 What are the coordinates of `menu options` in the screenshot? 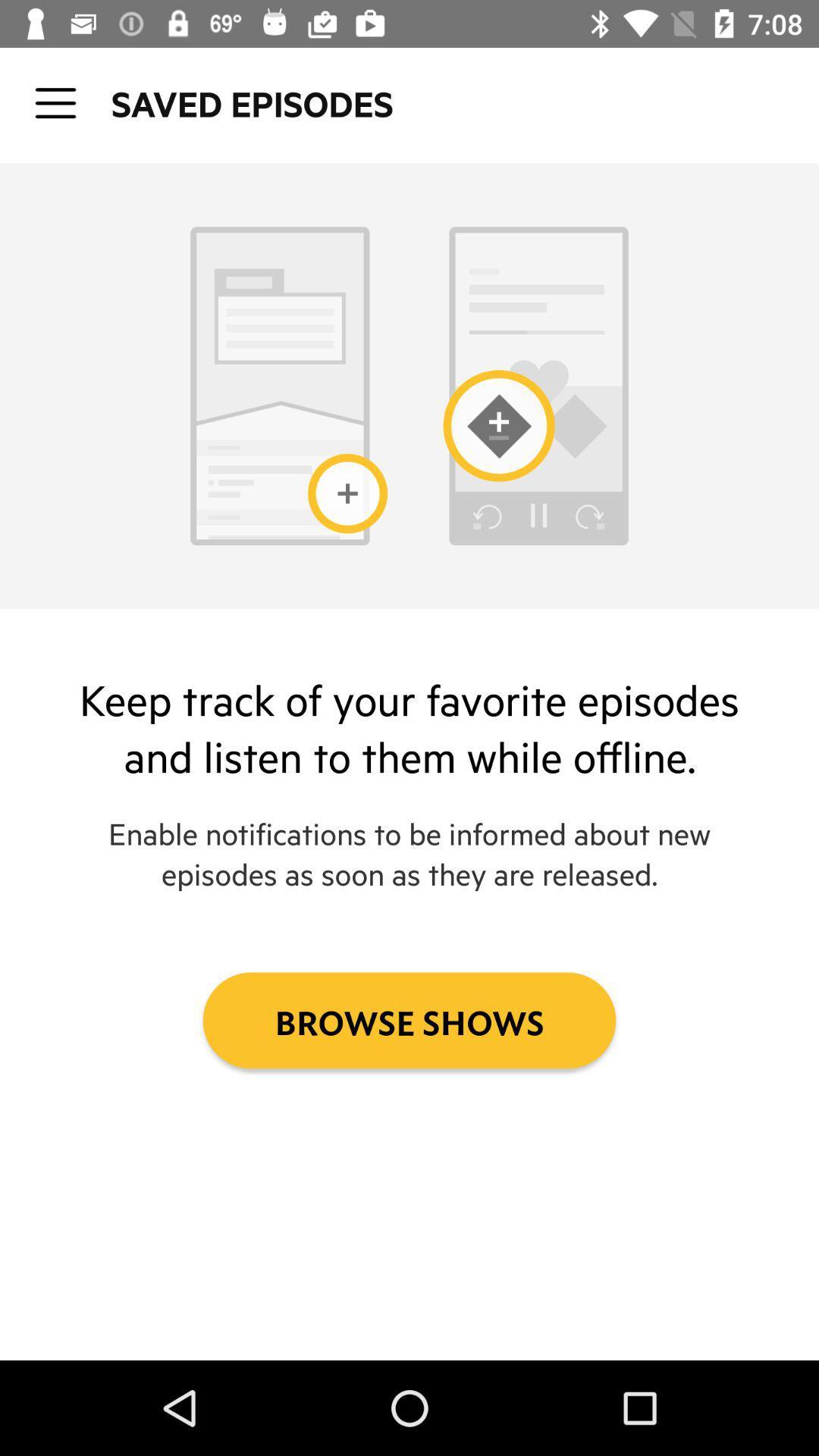 It's located at (55, 102).